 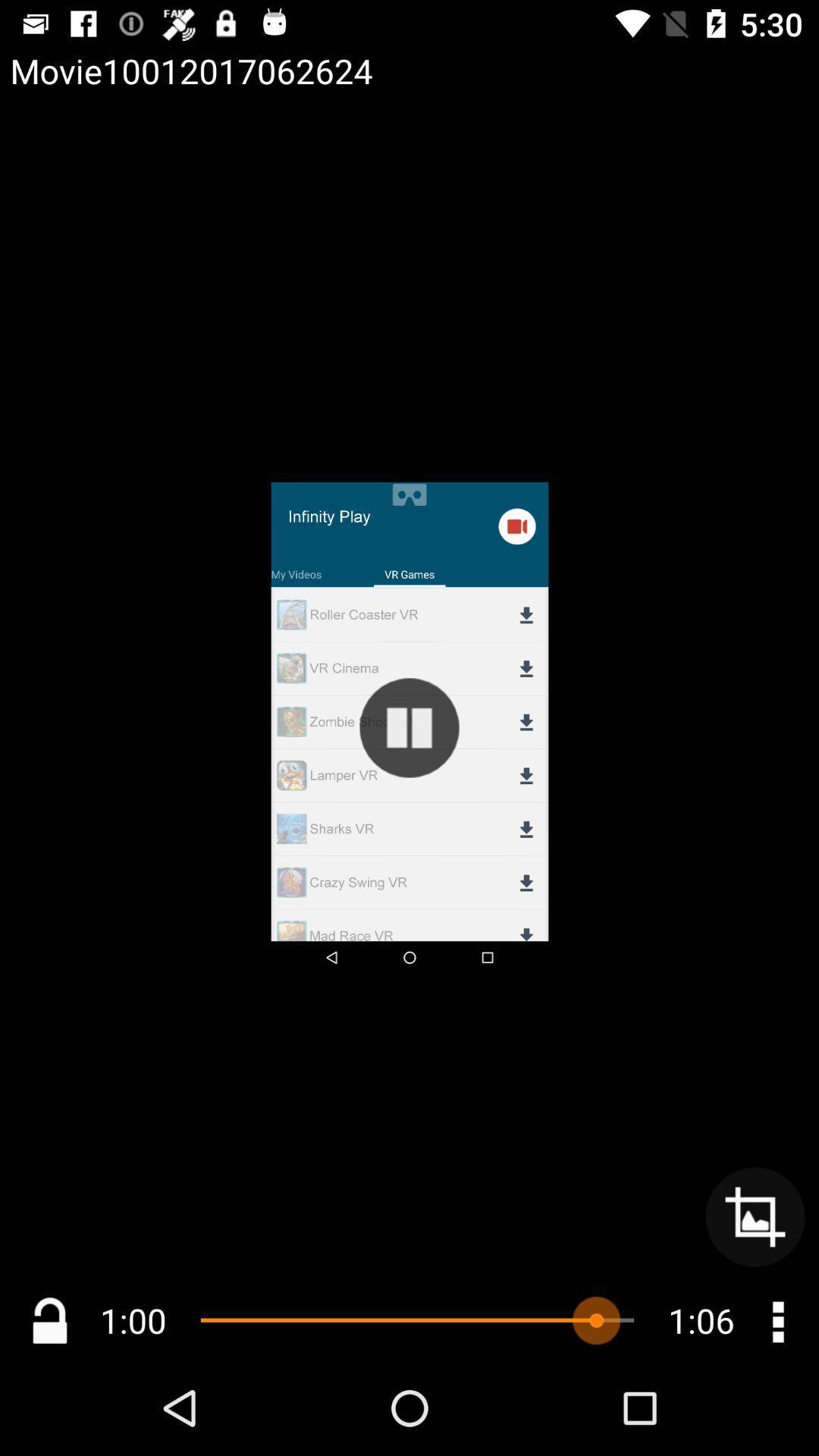 I want to click on the pause icon, so click(x=409, y=728).